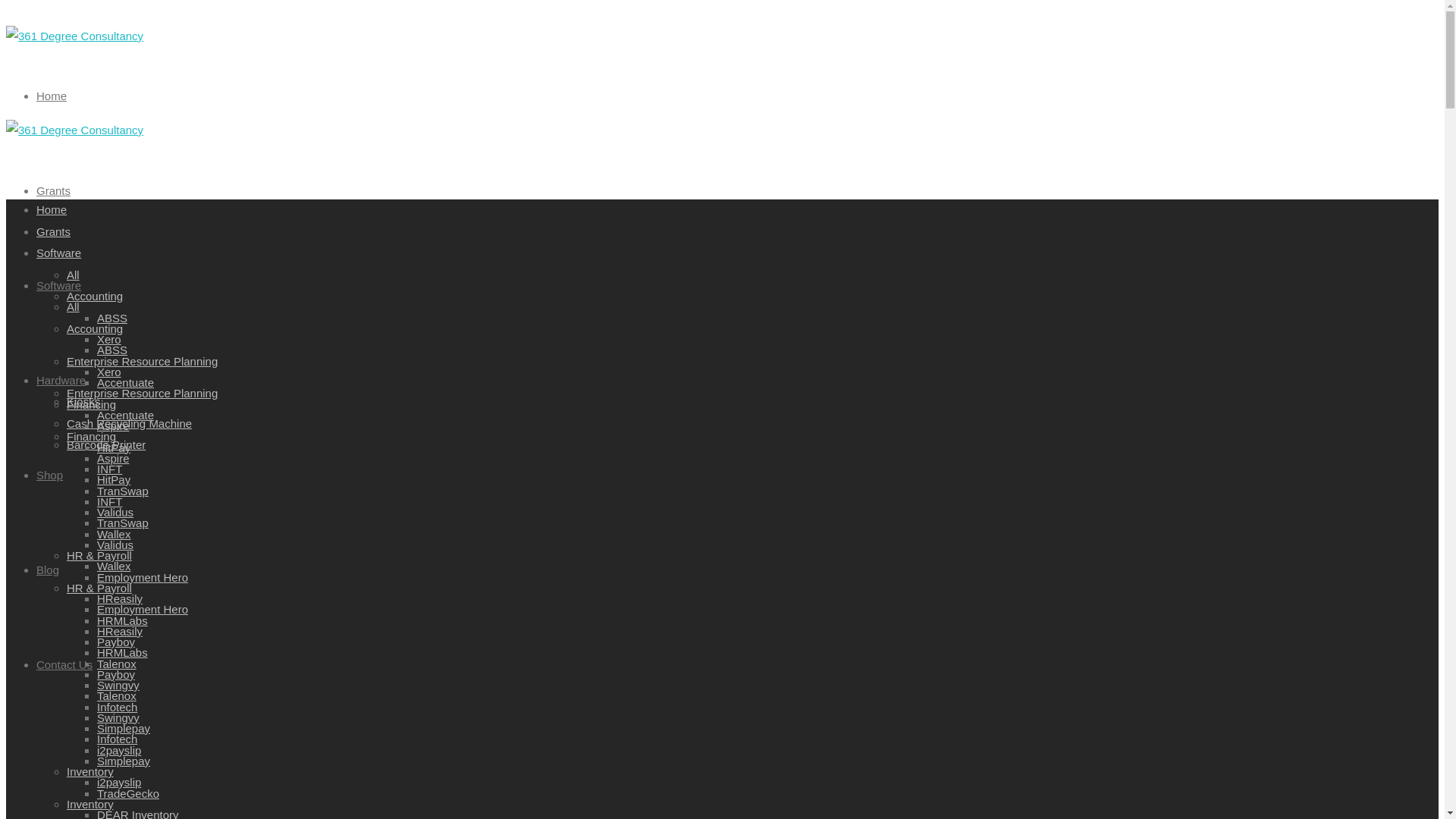 The width and height of the screenshot is (1456, 819). I want to click on 'HRMLabs', so click(122, 651).